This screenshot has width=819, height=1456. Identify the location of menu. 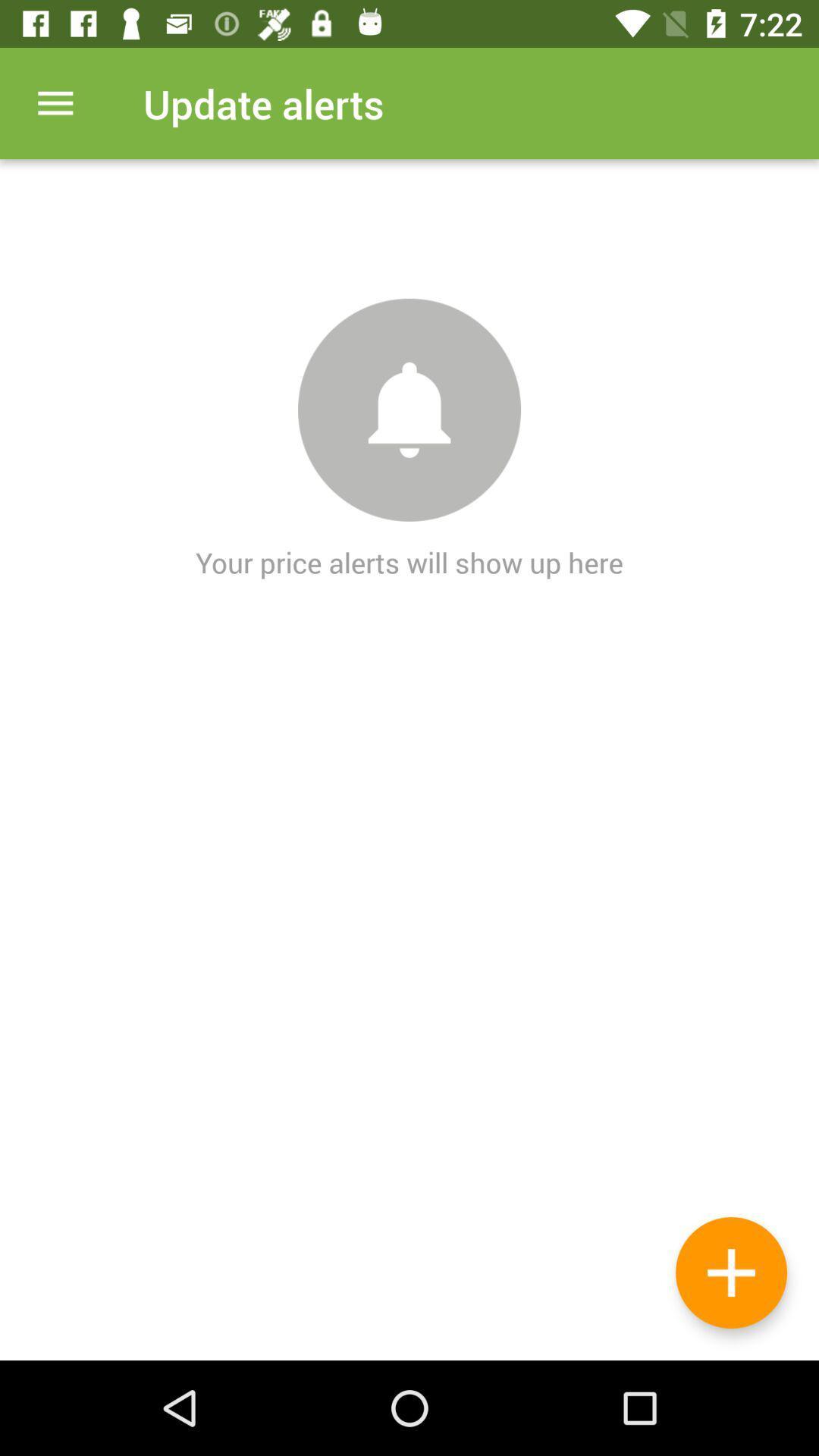
(55, 102).